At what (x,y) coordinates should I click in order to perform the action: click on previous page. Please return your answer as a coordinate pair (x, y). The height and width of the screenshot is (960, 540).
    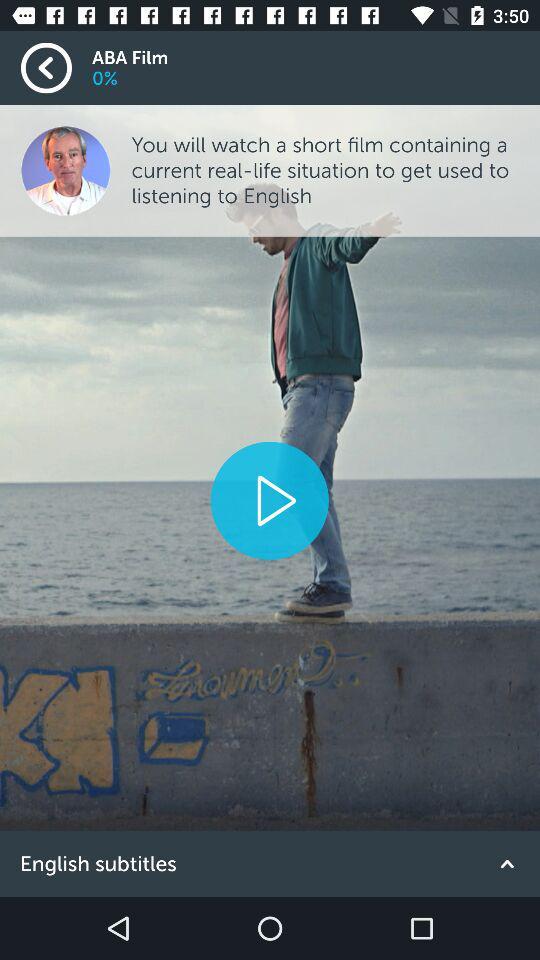
    Looking at the image, I should click on (56, 68).